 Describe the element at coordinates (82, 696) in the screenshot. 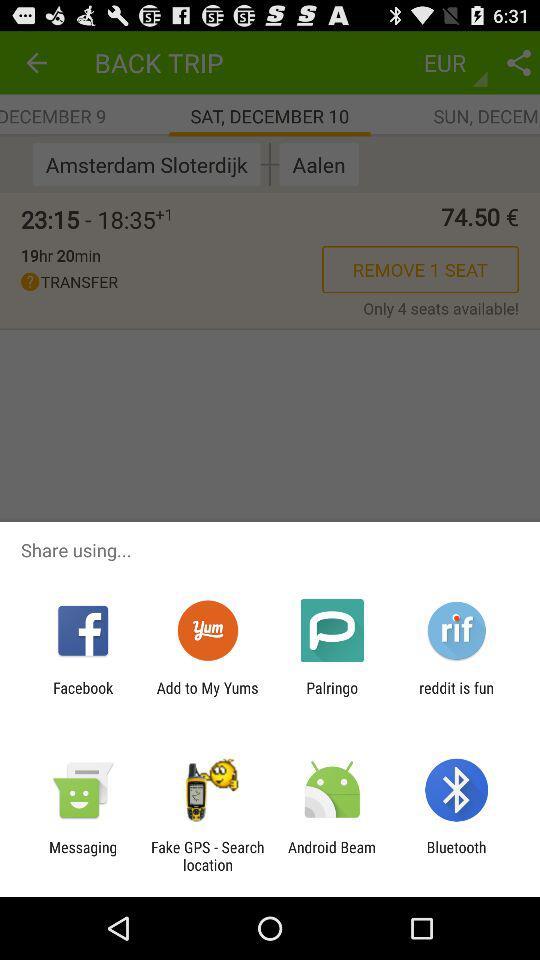

I see `facebook app` at that location.